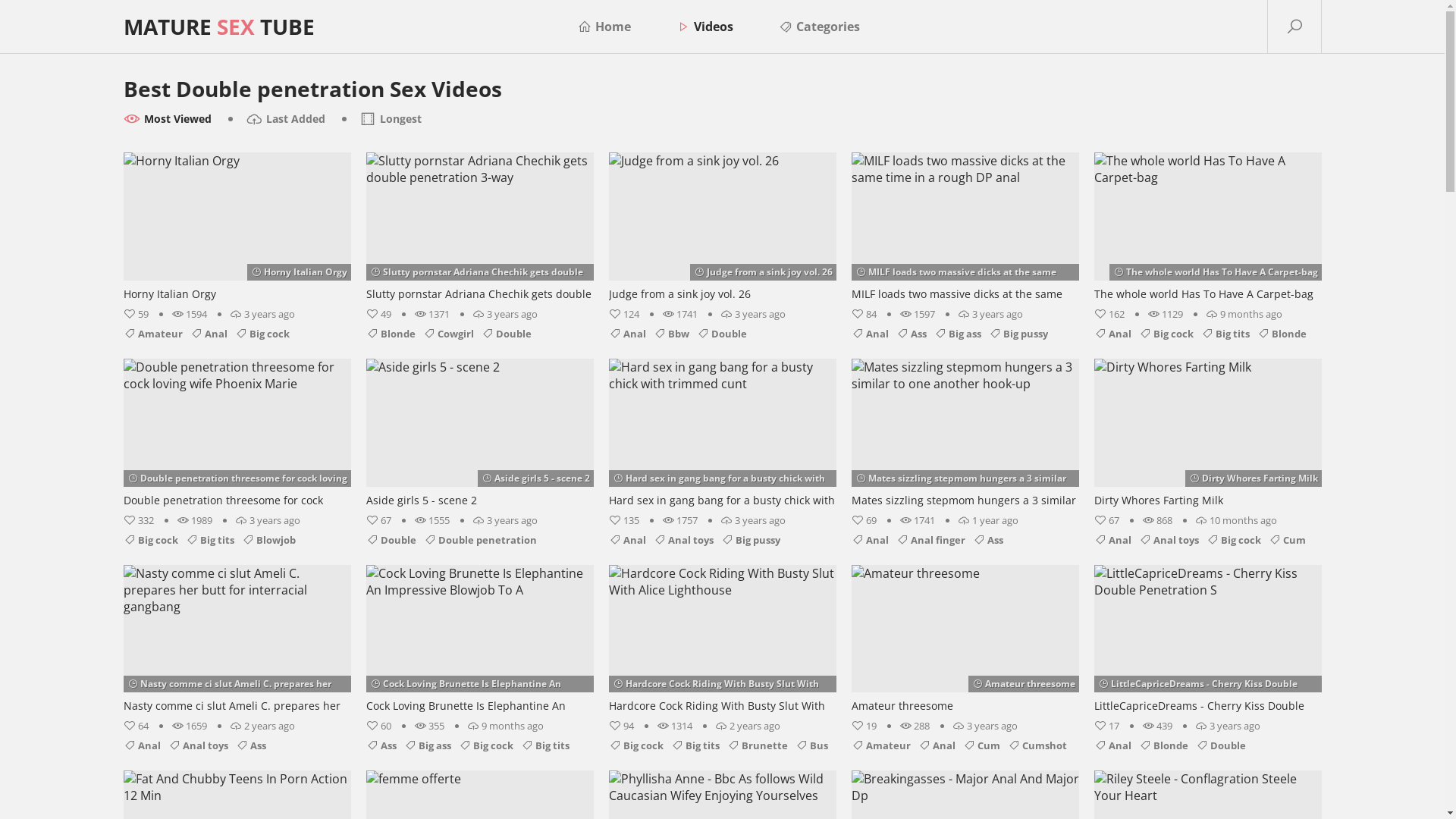 This screenshot has height=819, width=1456. I want to click on 'Categories', so click(817, 26).